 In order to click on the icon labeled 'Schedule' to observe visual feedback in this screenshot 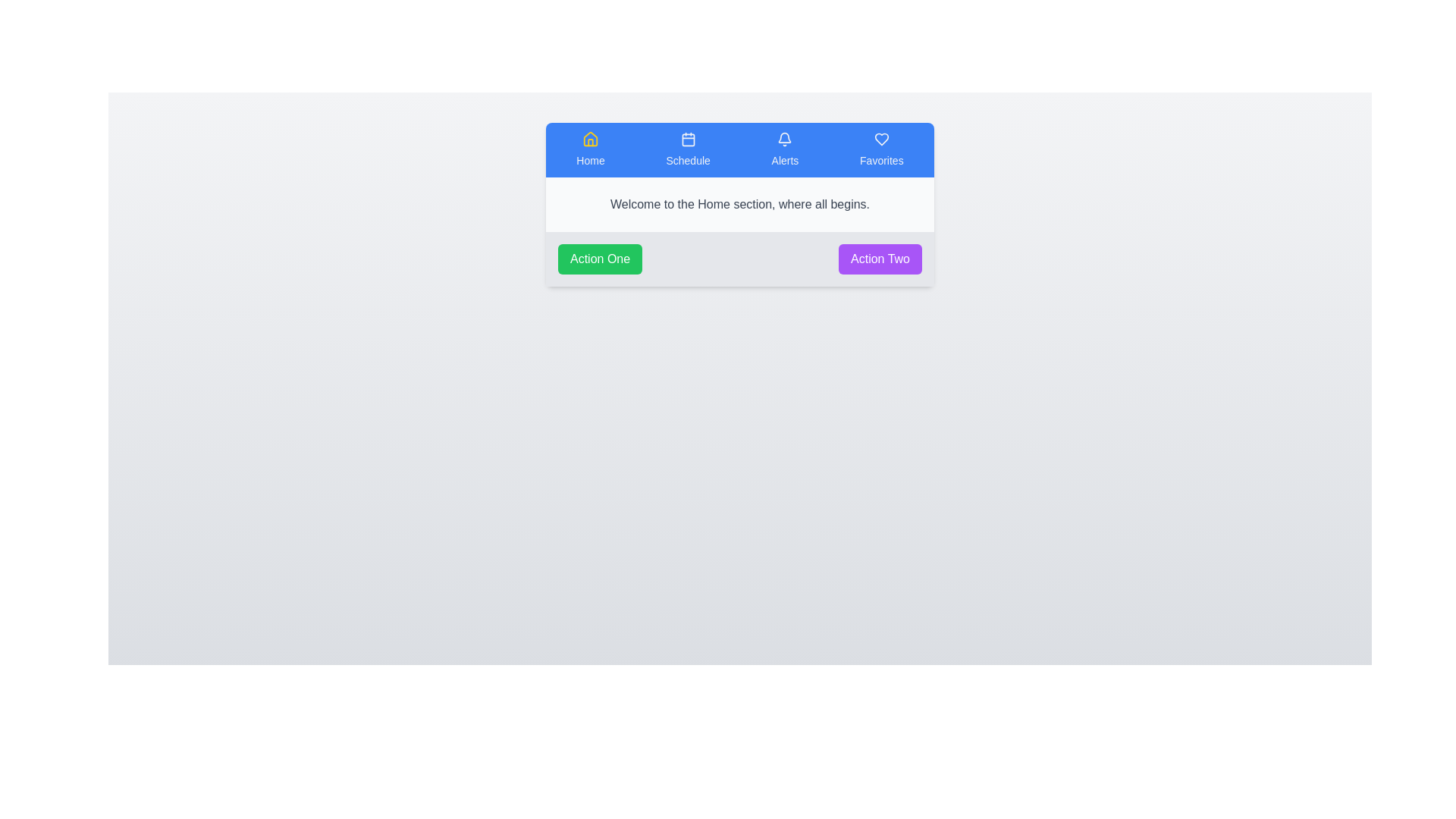, I will do `click(687, 149)`.